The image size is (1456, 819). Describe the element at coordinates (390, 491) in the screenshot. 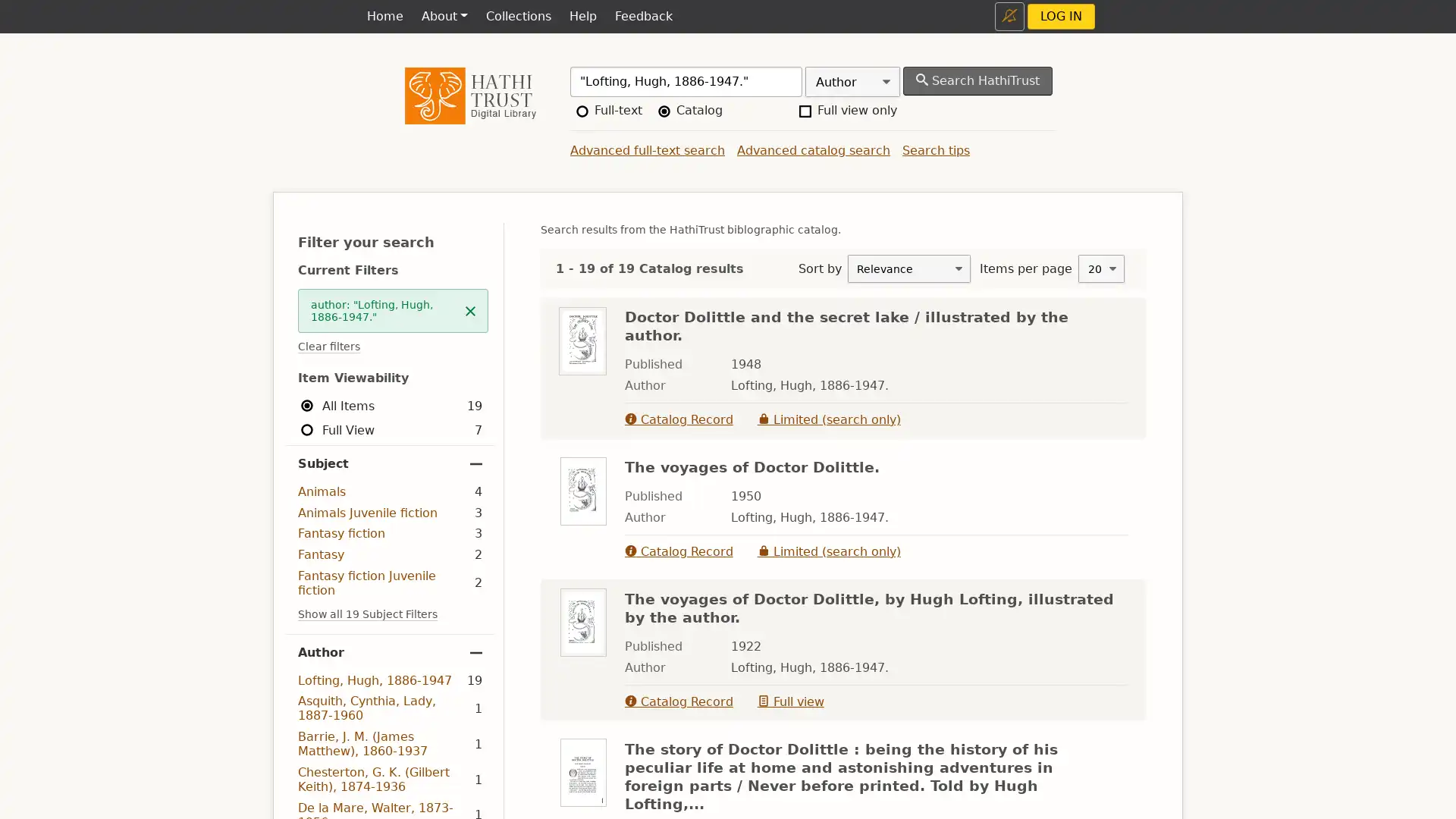

I see `Animals - 4` at that location.